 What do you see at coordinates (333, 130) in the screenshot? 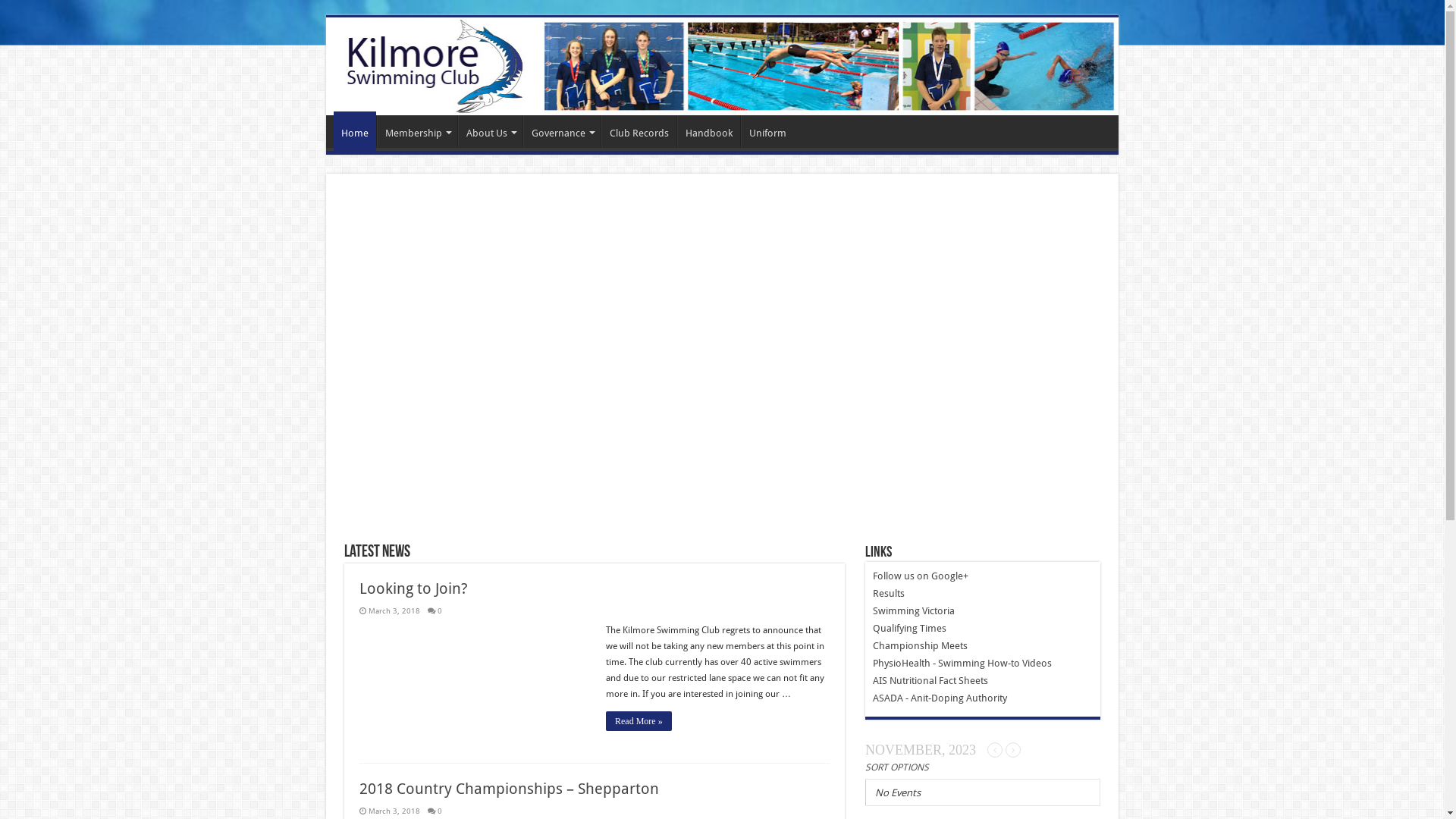
I see `'Home'` at bounding box center [333, 130].